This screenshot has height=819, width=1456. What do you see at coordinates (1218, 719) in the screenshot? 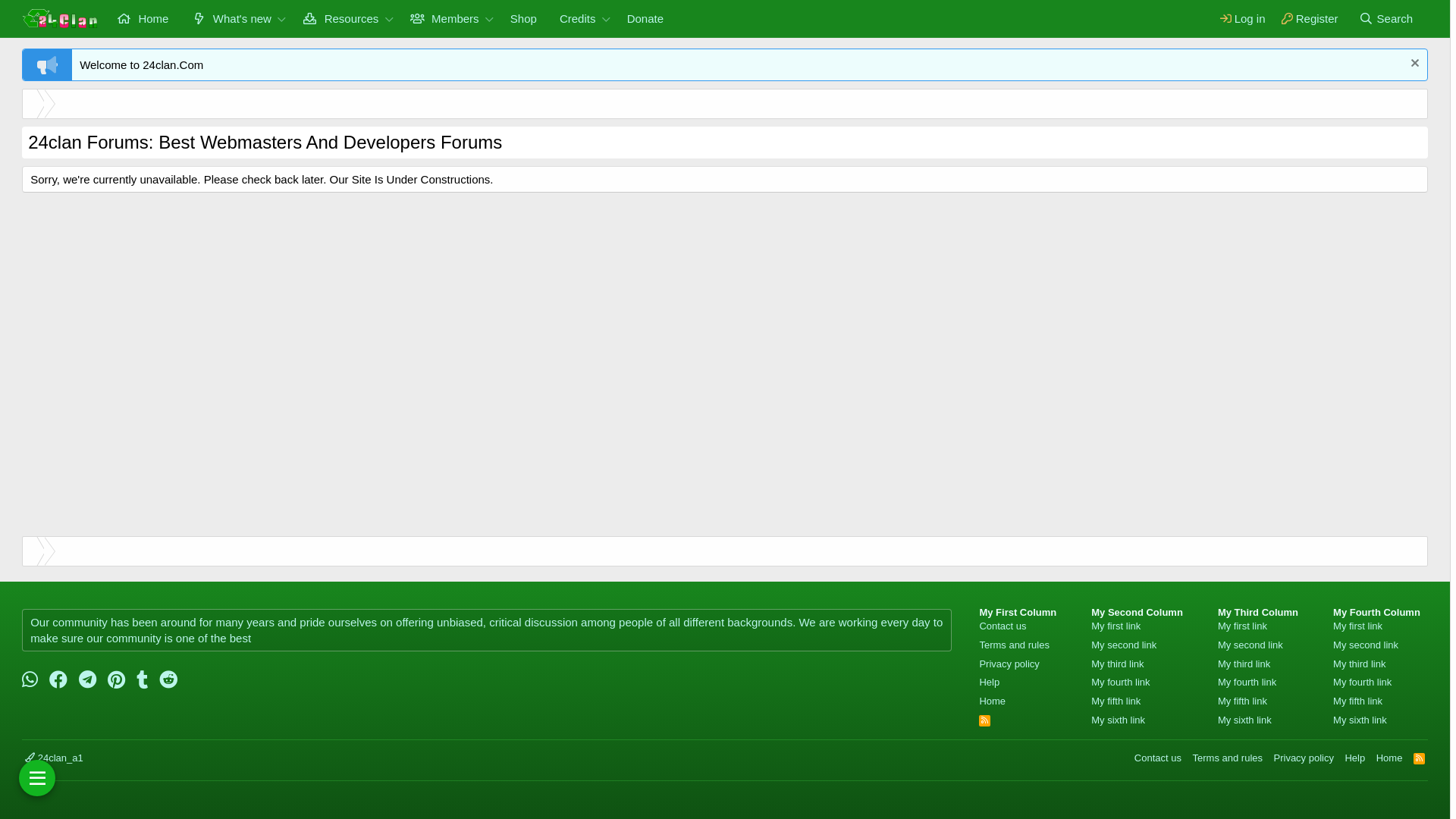
I see `'My sixth link'` at bounding box center [1218, 719].